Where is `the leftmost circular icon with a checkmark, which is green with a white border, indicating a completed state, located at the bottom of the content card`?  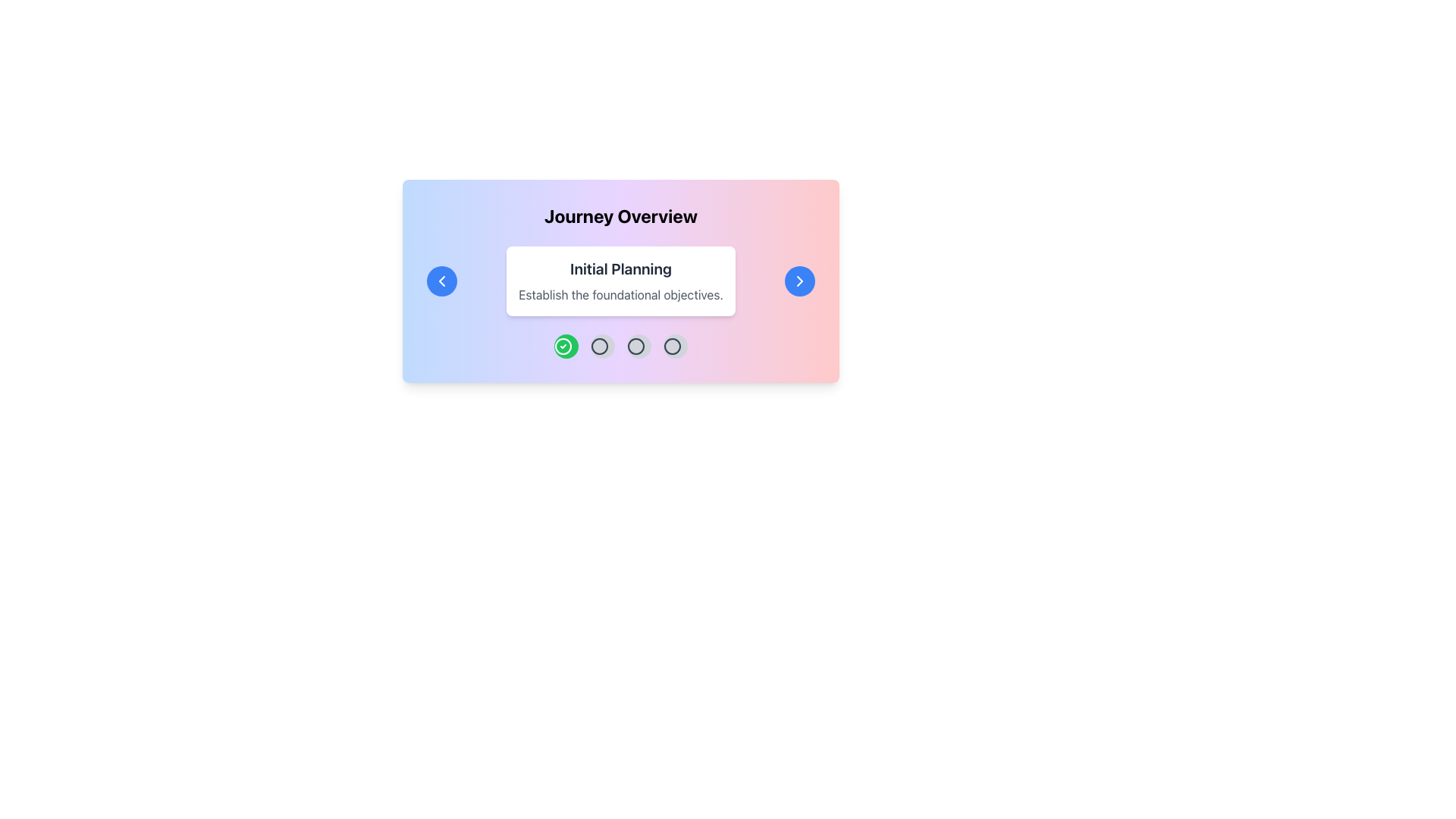 the leftmost circular icon with a checkmark, which is green with a white border, indicating a completed state, located at the bottom of the content card is located at coordinates (563, 346).